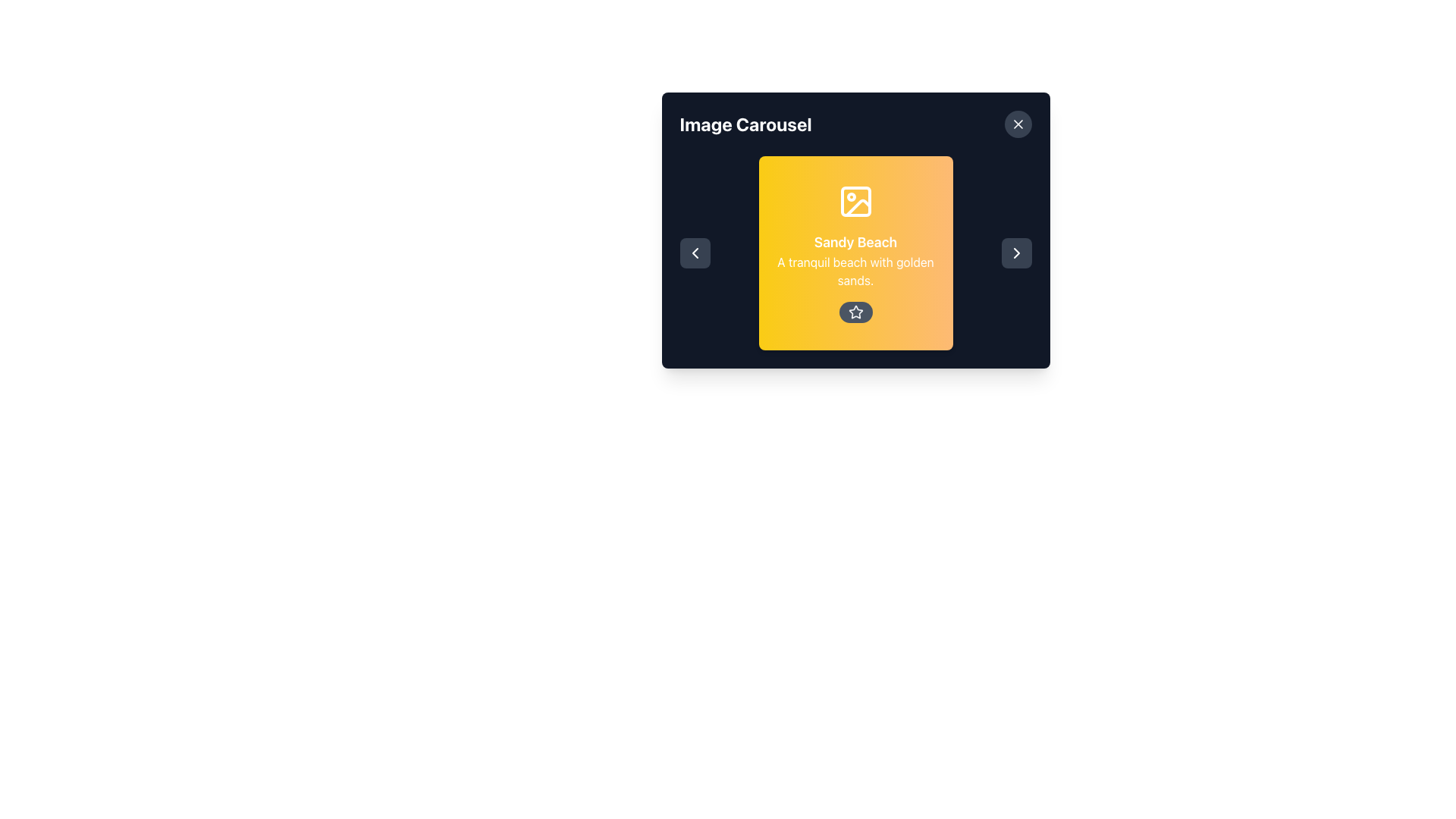 This screenshot has width=1456, height=819. What do you see at coordinates (855, 201) in the screenshot?
I see `the graphical component located centrally within the image placeholder icon of the 'Sandy Beach' feature box in the carousel interface` at bounding box center [855, 201].